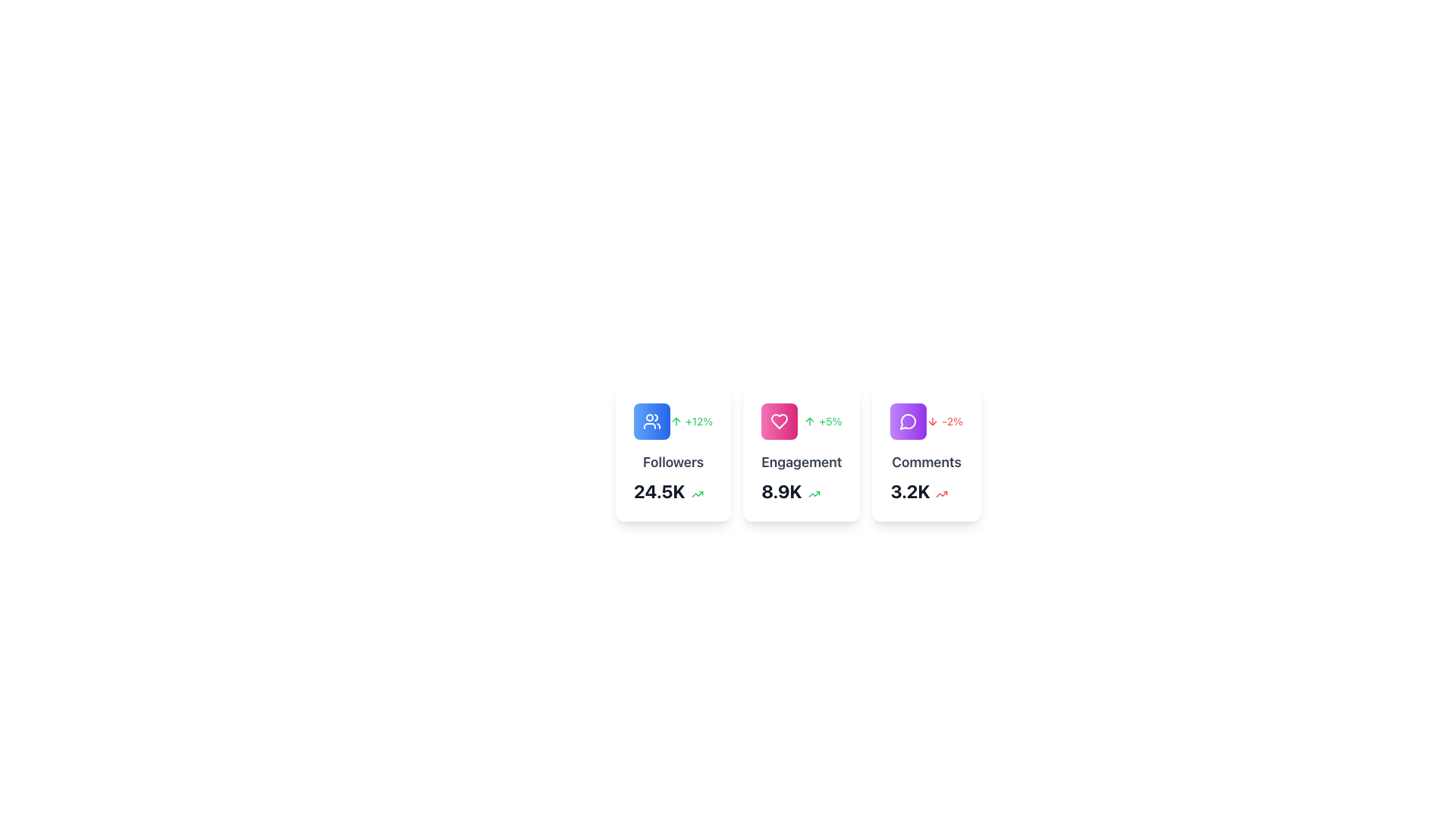  I want to click on the decorative bar at the bottom of the card displaying 'Engagement' data, which is styled as a rounded rectangle with a gradient background, so click(801, 519).